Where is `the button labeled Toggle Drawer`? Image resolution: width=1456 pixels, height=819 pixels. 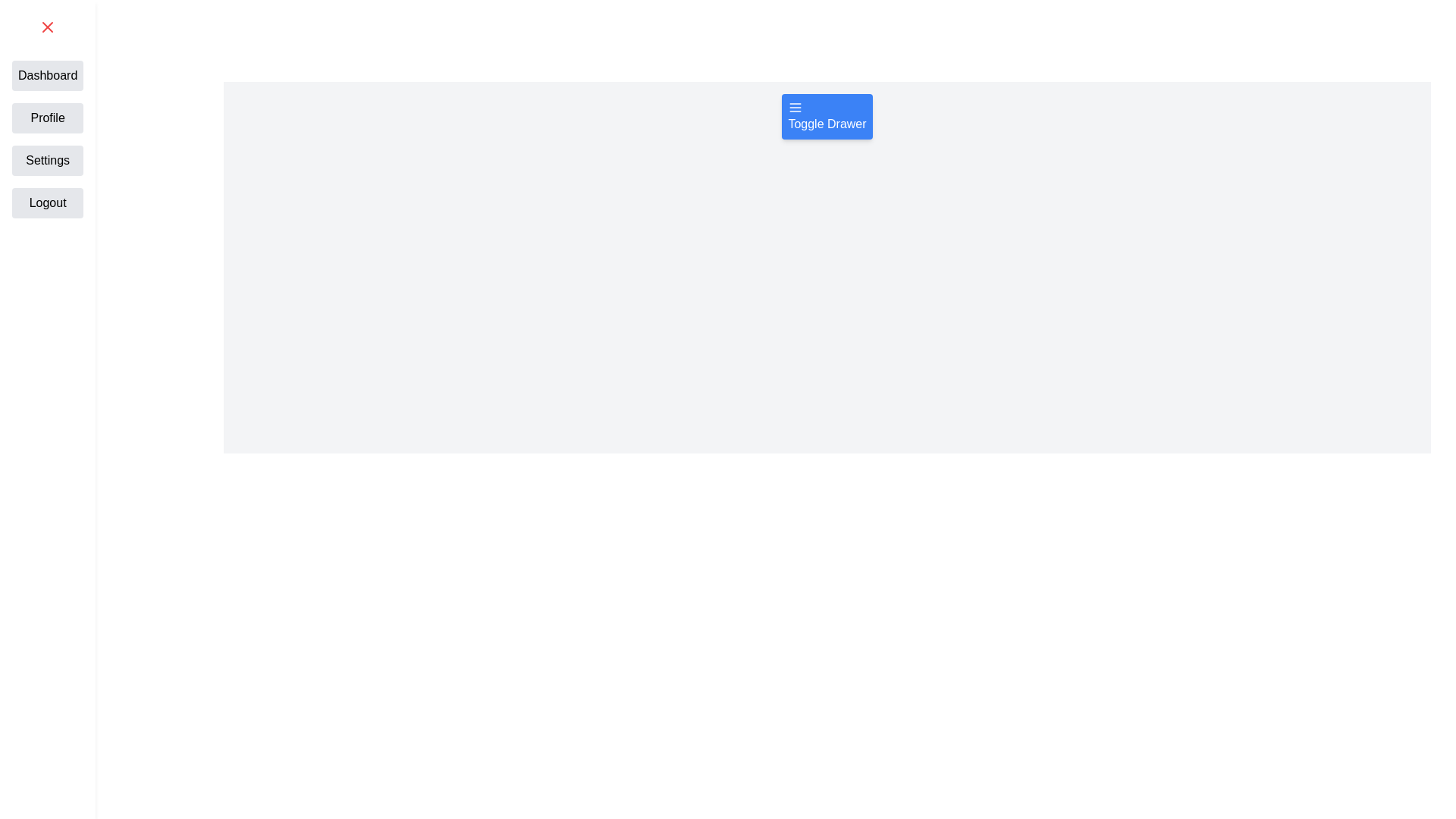 the button labeled Toggle Drawer is located at coordinates (826, 116).